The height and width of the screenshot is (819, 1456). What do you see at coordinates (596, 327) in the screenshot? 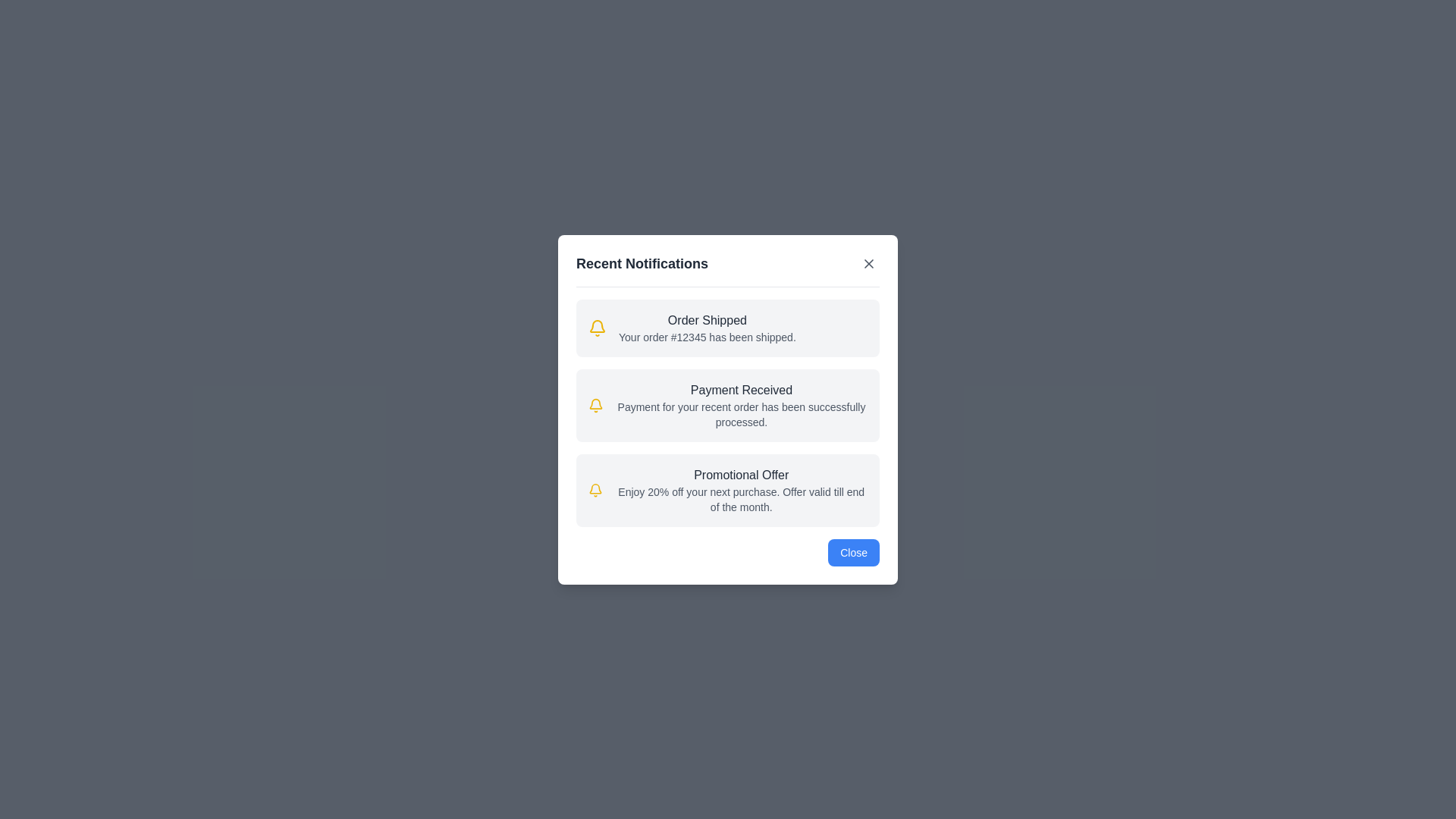
I see `the icons associated with the notifications to ensure they are visible and identifiable` at bounding box center [596, 327].